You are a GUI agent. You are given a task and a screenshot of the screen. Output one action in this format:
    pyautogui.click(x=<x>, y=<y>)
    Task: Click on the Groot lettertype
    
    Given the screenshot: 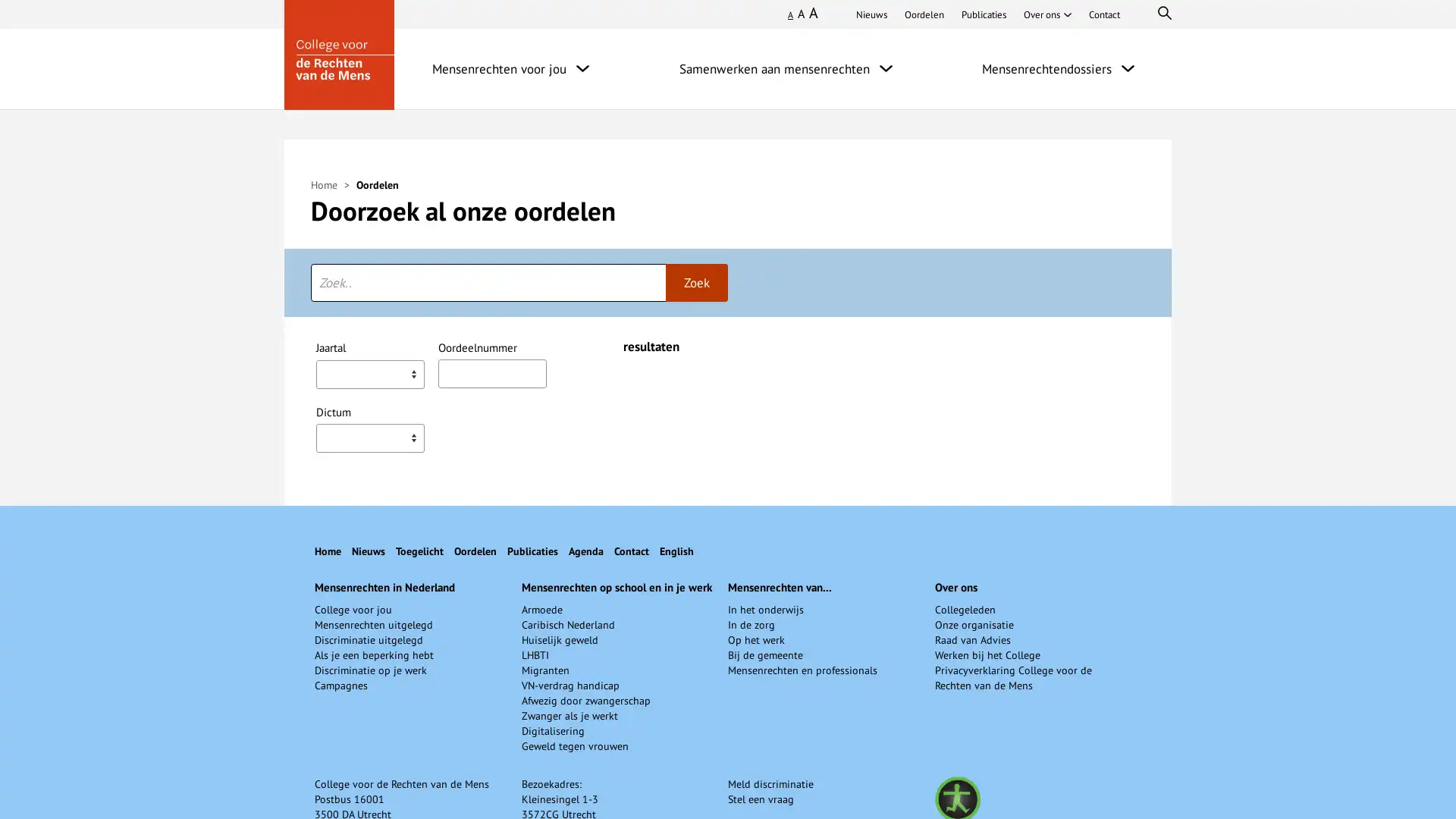 What is the action you would take?
    pyautogui.click(x=813, y=12)
    